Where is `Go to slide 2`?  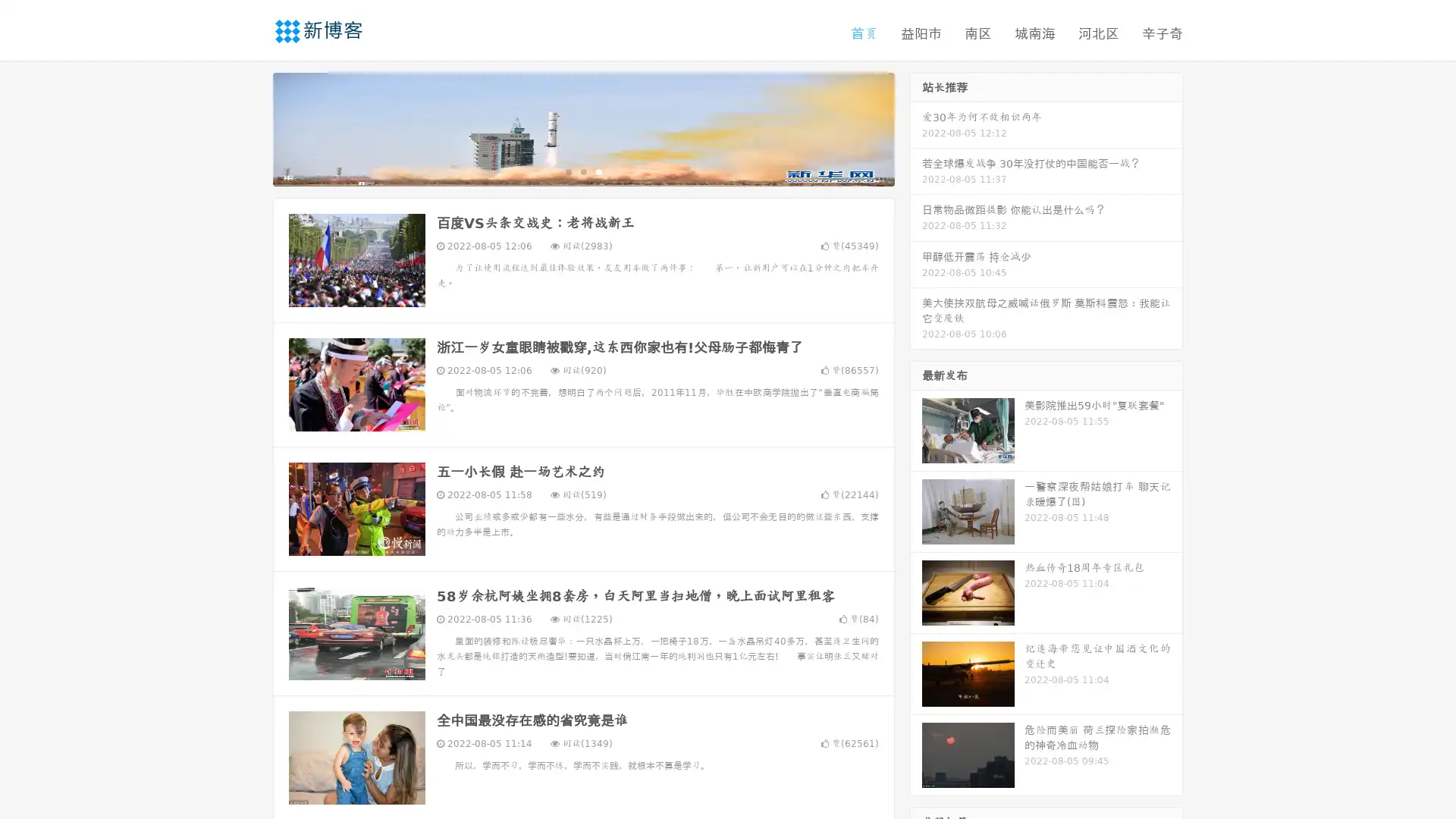 Go to slide 2 is located at coordinates (582, 171).